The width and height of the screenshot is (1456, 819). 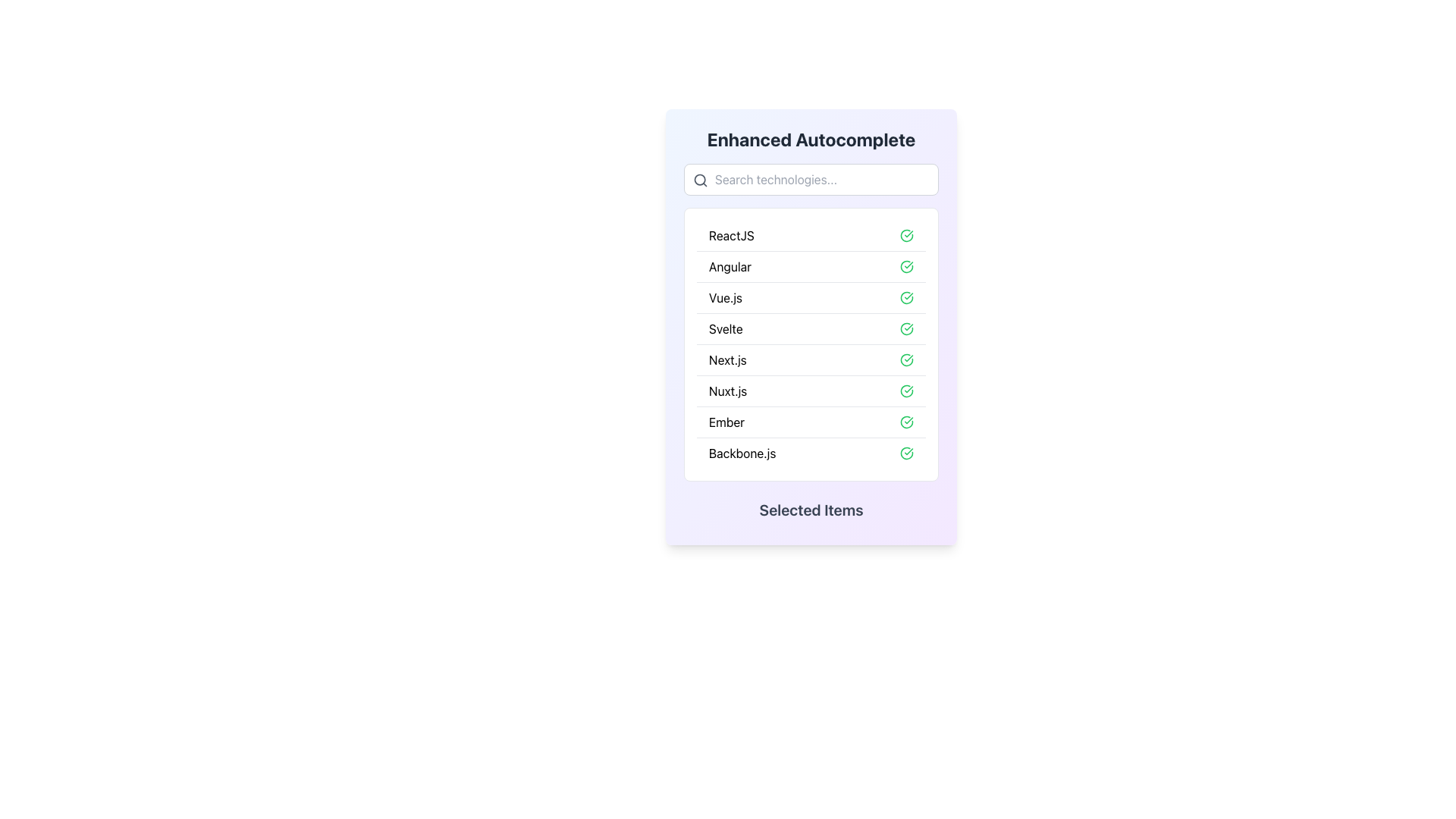 I want to click on the static text label that reads 'Selected Items', which is styled in bold, large dark gray font at the bottom of the card with a gradient violet background, so click(x=811, y=510).